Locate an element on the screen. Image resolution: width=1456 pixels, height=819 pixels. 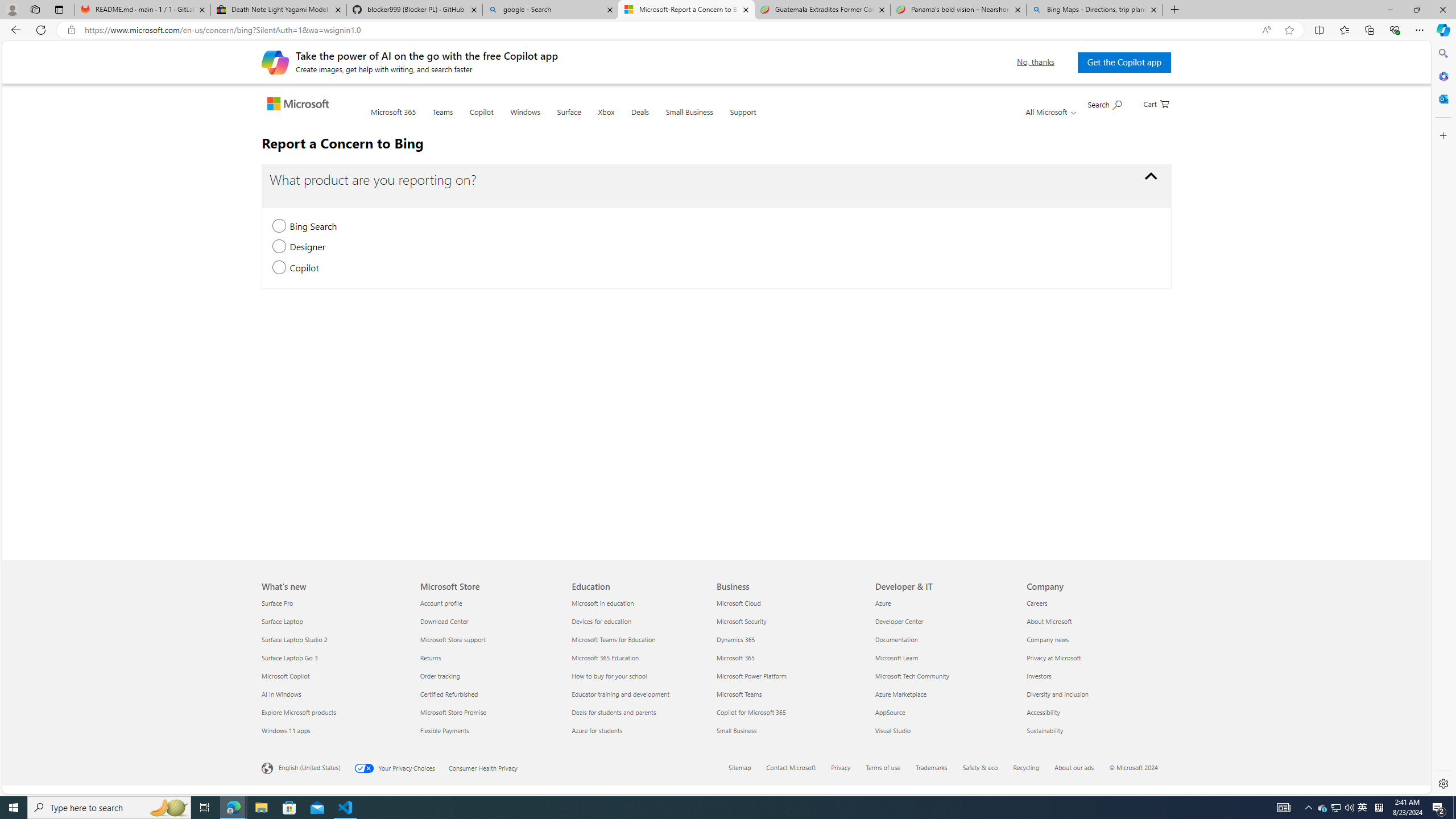
'Microsoft Store Promise' is located at coordinates (489, 712).